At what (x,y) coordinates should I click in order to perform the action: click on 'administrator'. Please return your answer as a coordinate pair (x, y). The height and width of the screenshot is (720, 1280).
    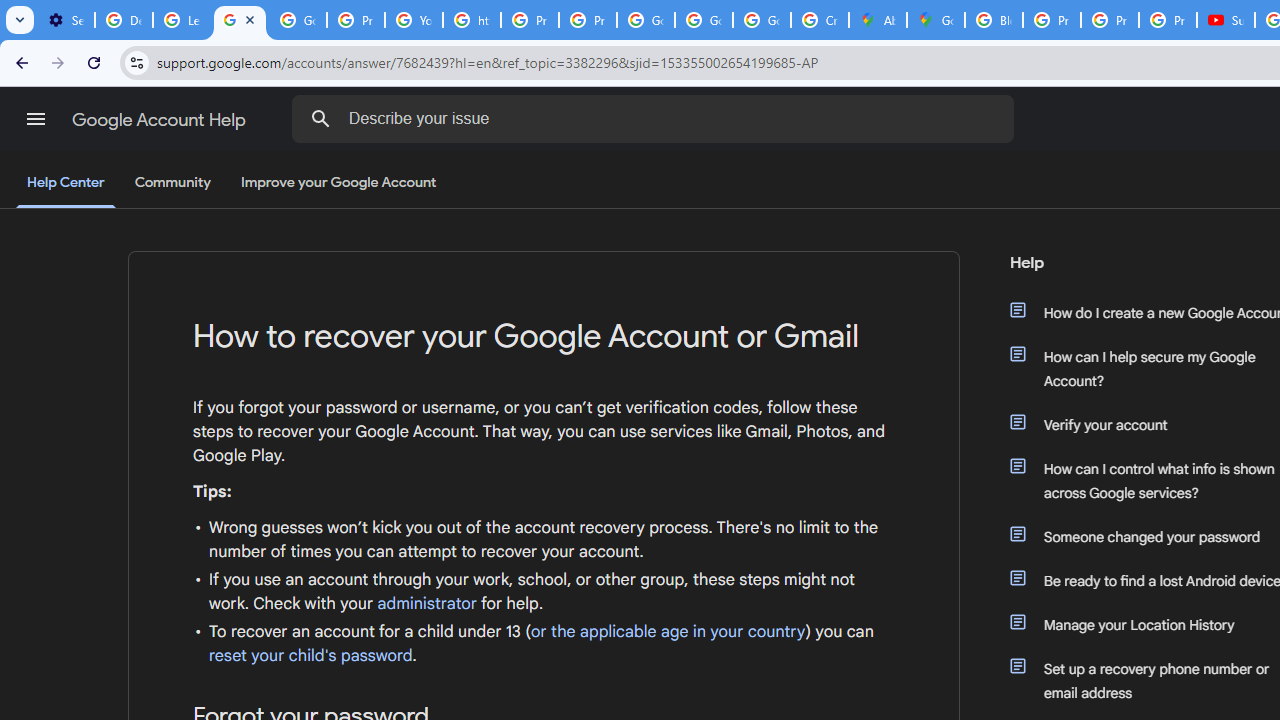
    Looking at the image, I should click on (426, 603).